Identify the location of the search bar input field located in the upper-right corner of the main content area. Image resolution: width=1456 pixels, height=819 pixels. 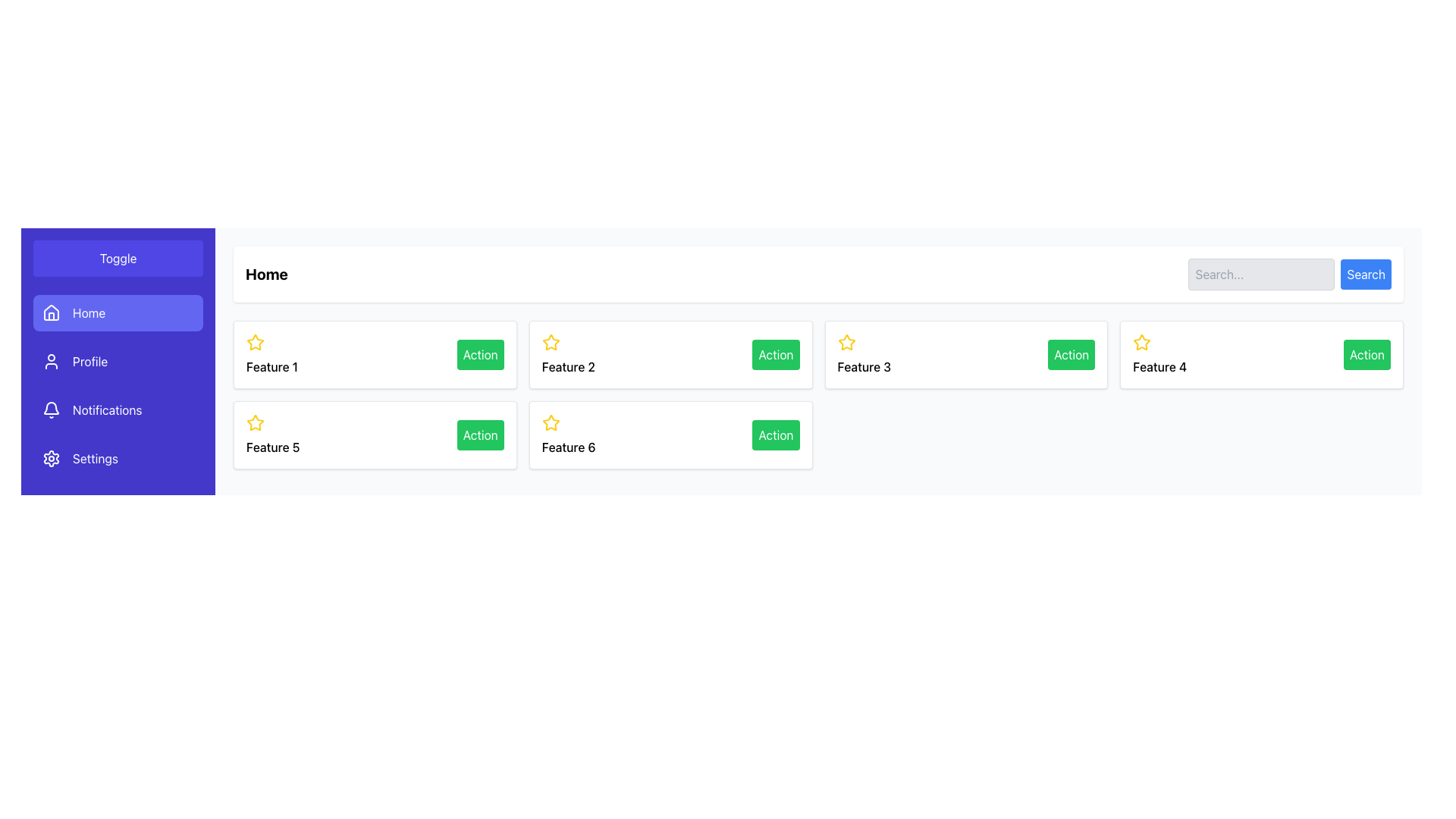
(1262, 275).